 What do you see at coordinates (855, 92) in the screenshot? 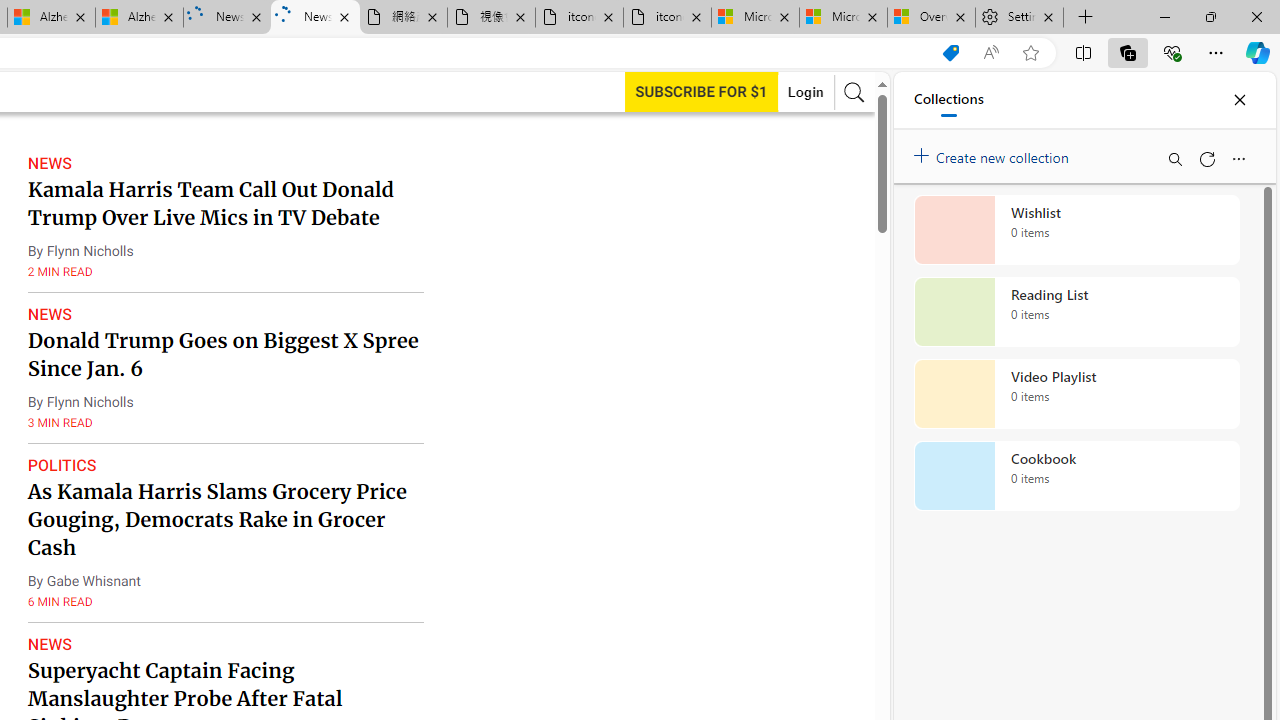
I see `'AutomationID: search-btn'` at bounding box center [855, 92].